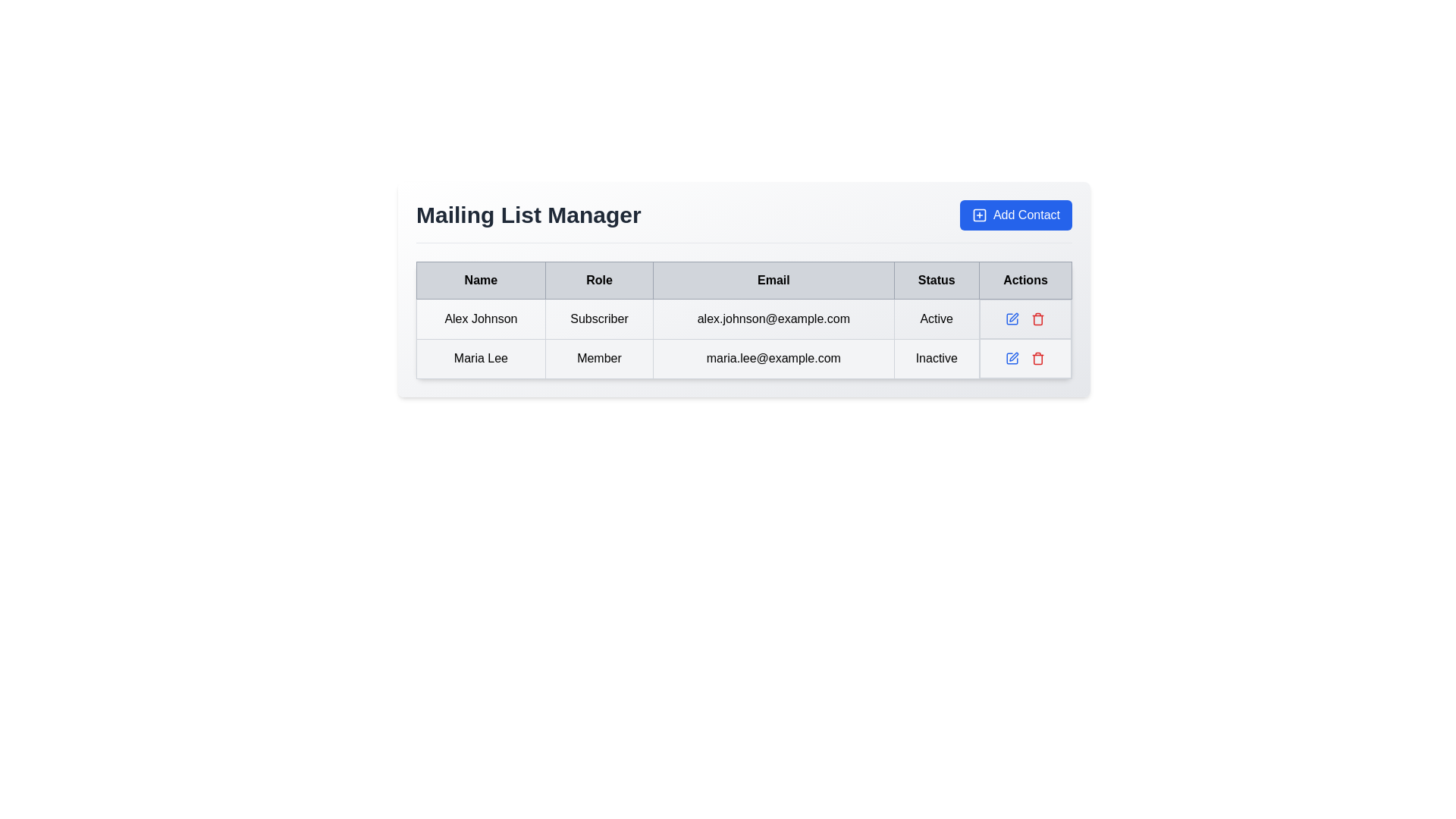  What do you see at coordinates (773, 318) in the screenshot?
I see `the Text Display Element in the 'Email' column of the first row, which displays the user's email address` at bounding box center [773, 318].